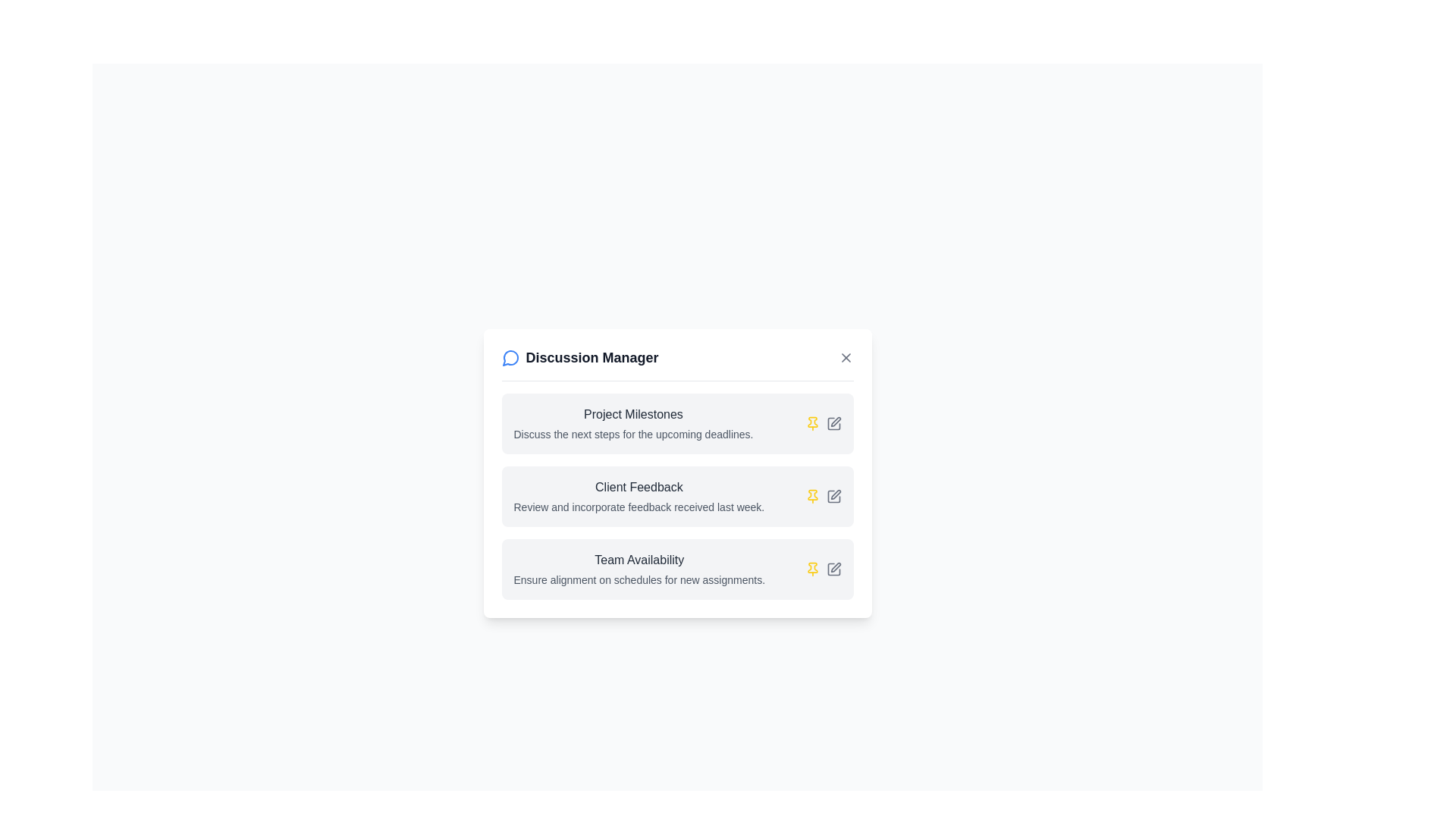 This screenshot has width=1456, height=819. What do you see at coordinates (845, 357) in the screenshot?
I see `the 'X' icon close button located at the top right corner of the 'Discussion Manager' box to change its color` at bounding box center [845, 357].